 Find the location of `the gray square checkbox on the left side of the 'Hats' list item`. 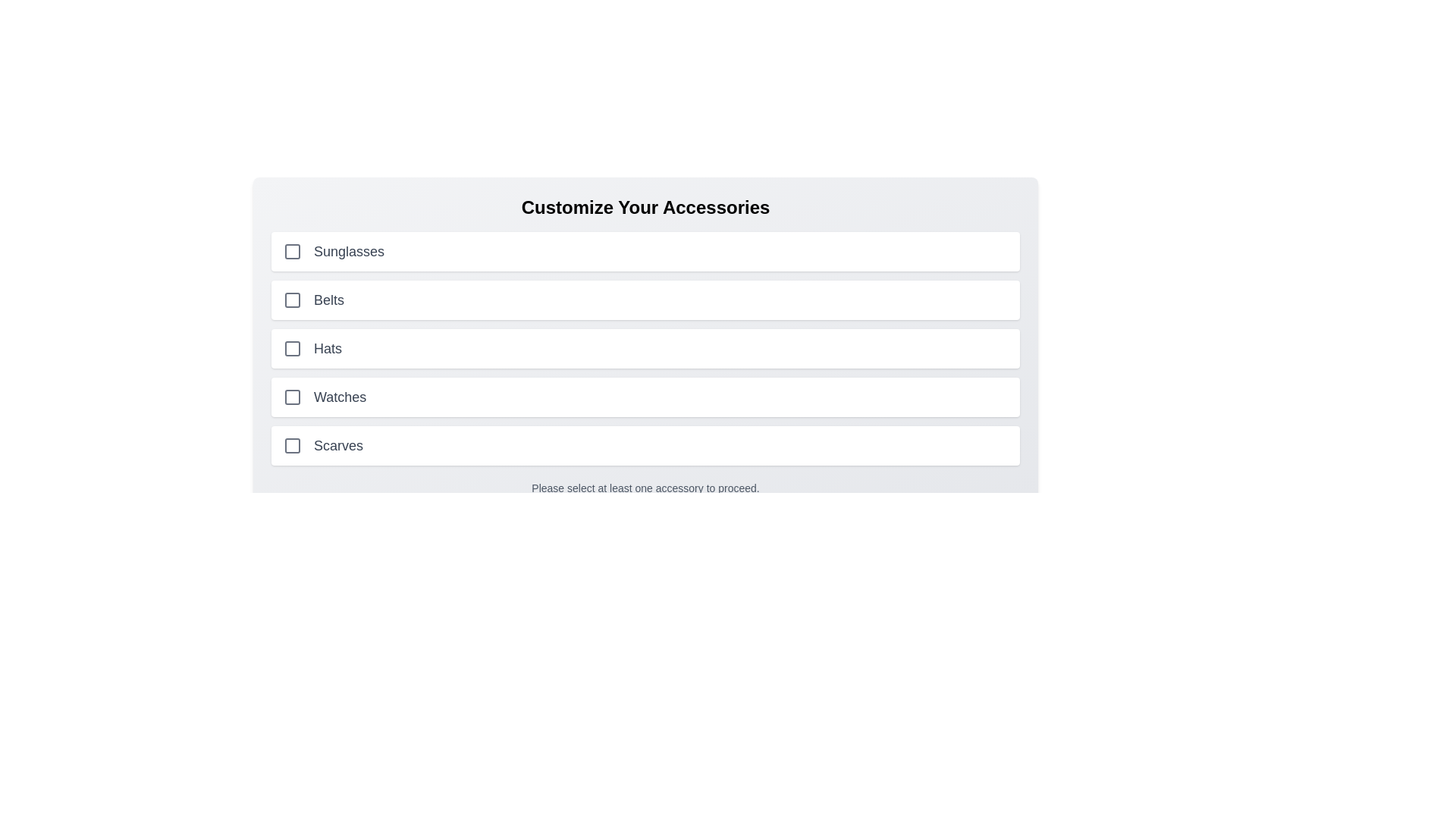

the gray square checkbox on the left side of the 'Hats' list item is located at coordinates (292, 348).